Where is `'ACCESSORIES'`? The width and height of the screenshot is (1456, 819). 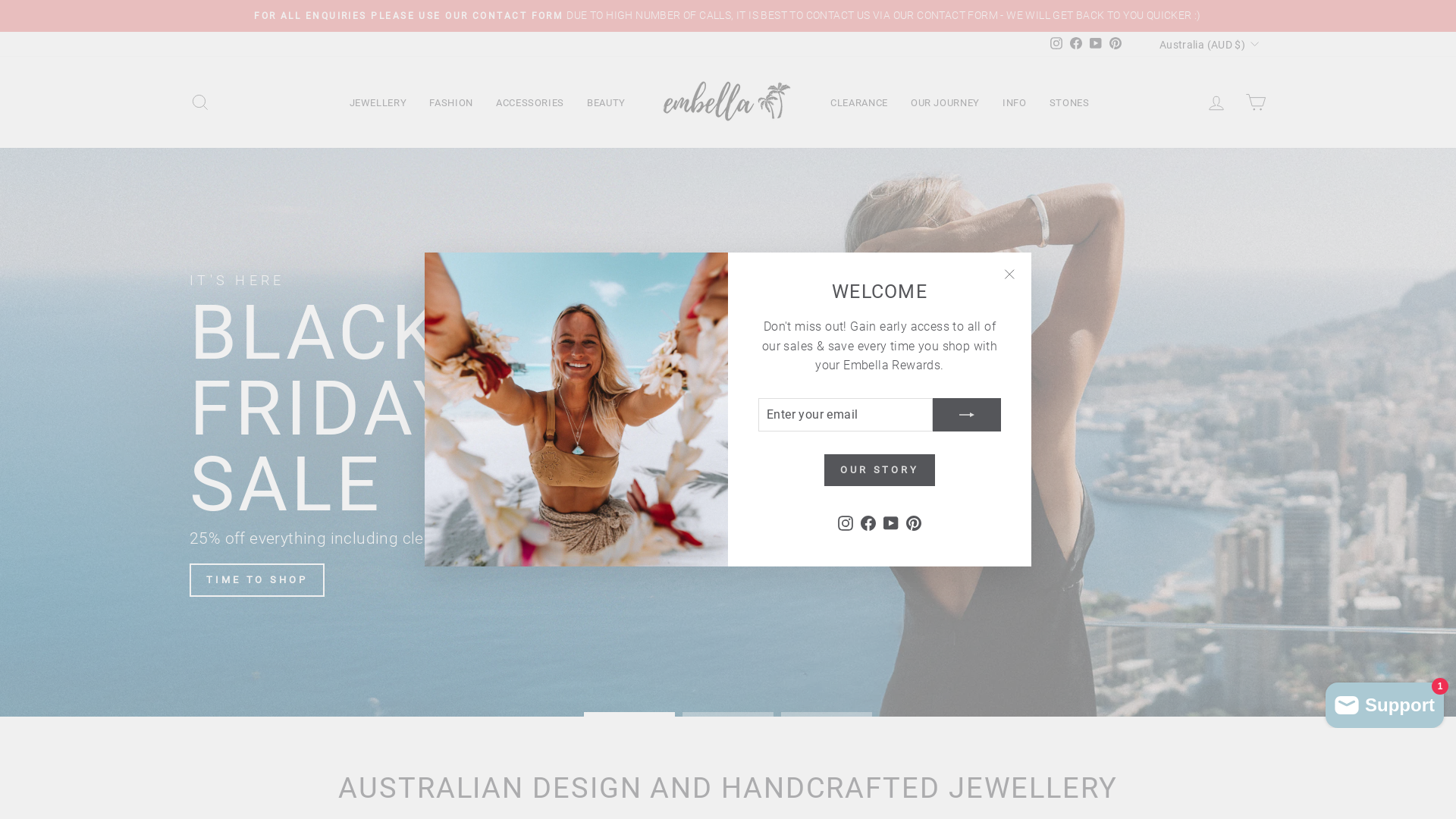 'ACCESSORIES' is located at coordinates (483, 102).